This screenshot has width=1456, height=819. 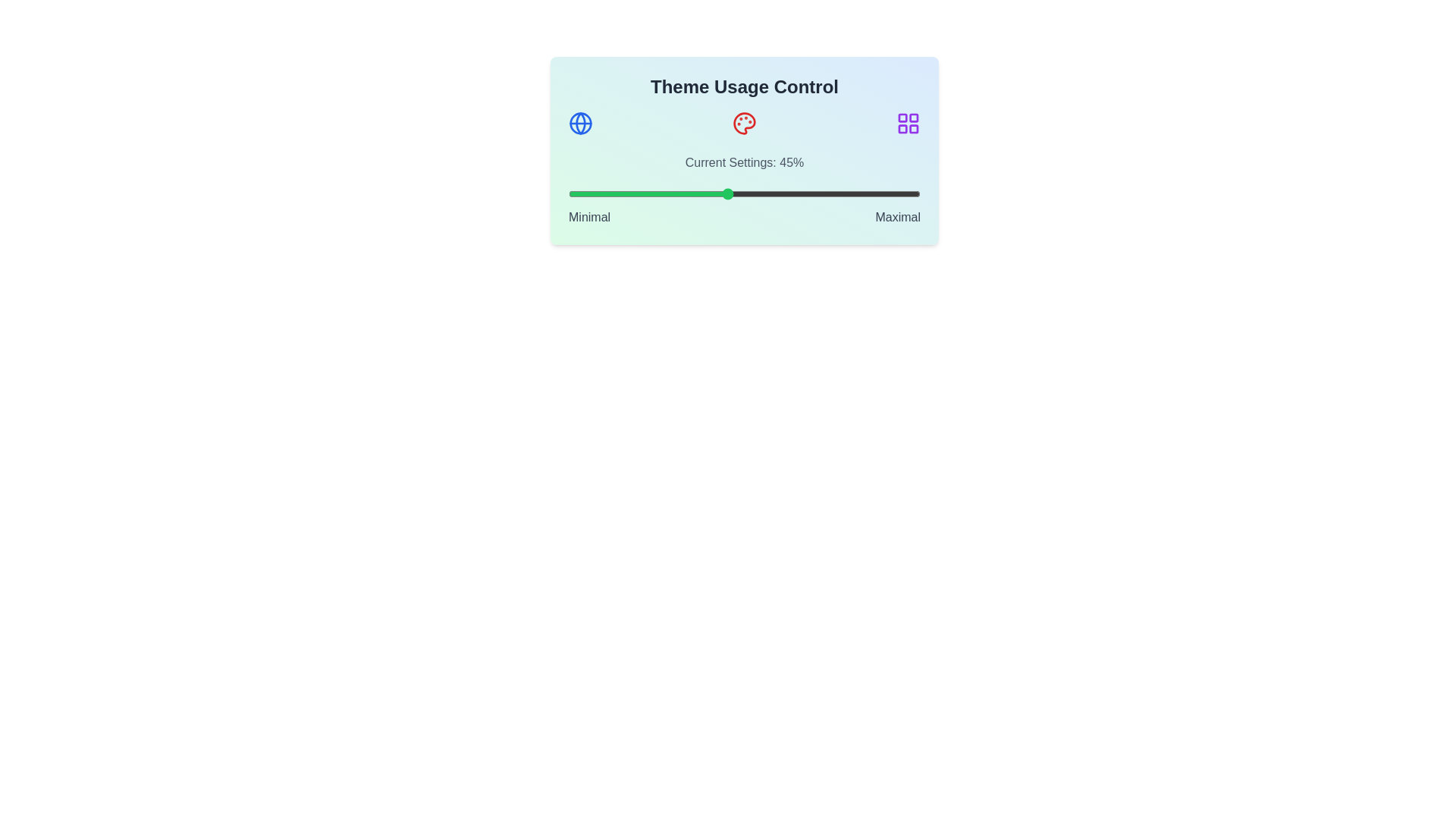 I want to click on the Globe icon, so click(x=580, y=122).